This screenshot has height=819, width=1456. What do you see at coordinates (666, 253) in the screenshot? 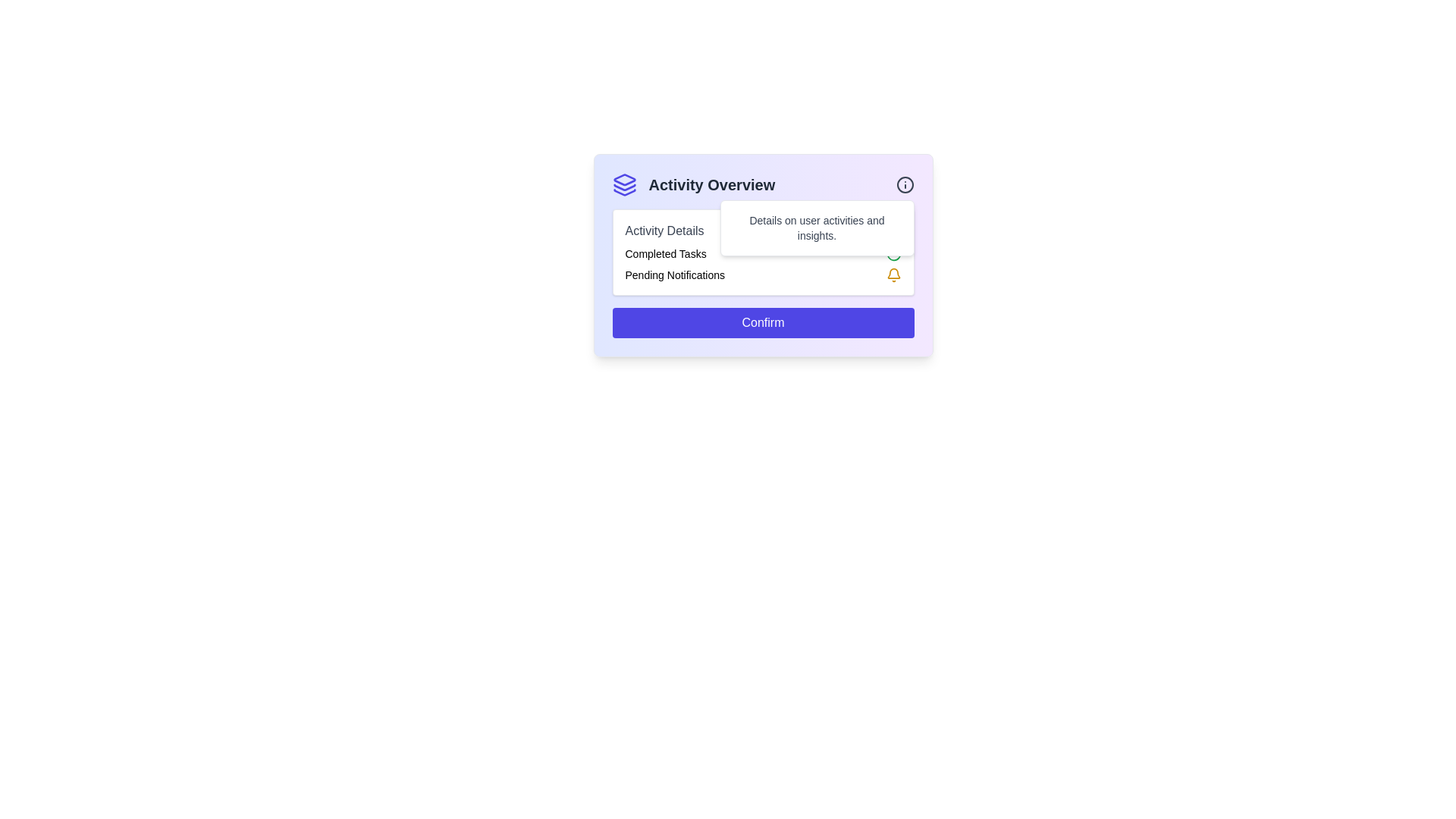
I see `the 'Completed Tasks' text label, which is the second entry under the 'Activity Details' section in the 'Activity Overview' card` at bounding box center [666, 253].